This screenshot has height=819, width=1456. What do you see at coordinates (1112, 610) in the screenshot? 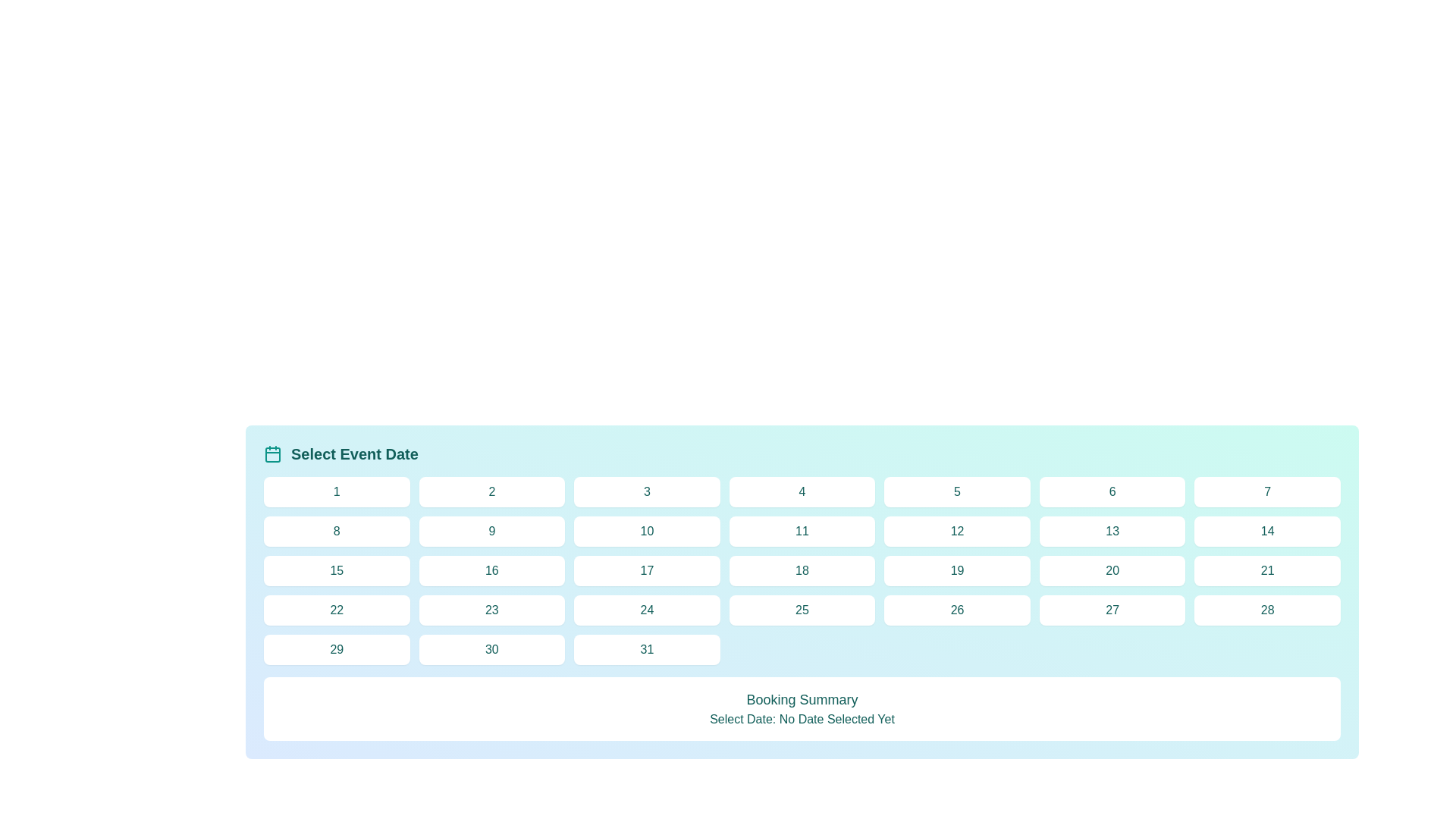
I see `the rectangular button with a white background and teal text displaying '27', located` at bounding box center [1112, 610].